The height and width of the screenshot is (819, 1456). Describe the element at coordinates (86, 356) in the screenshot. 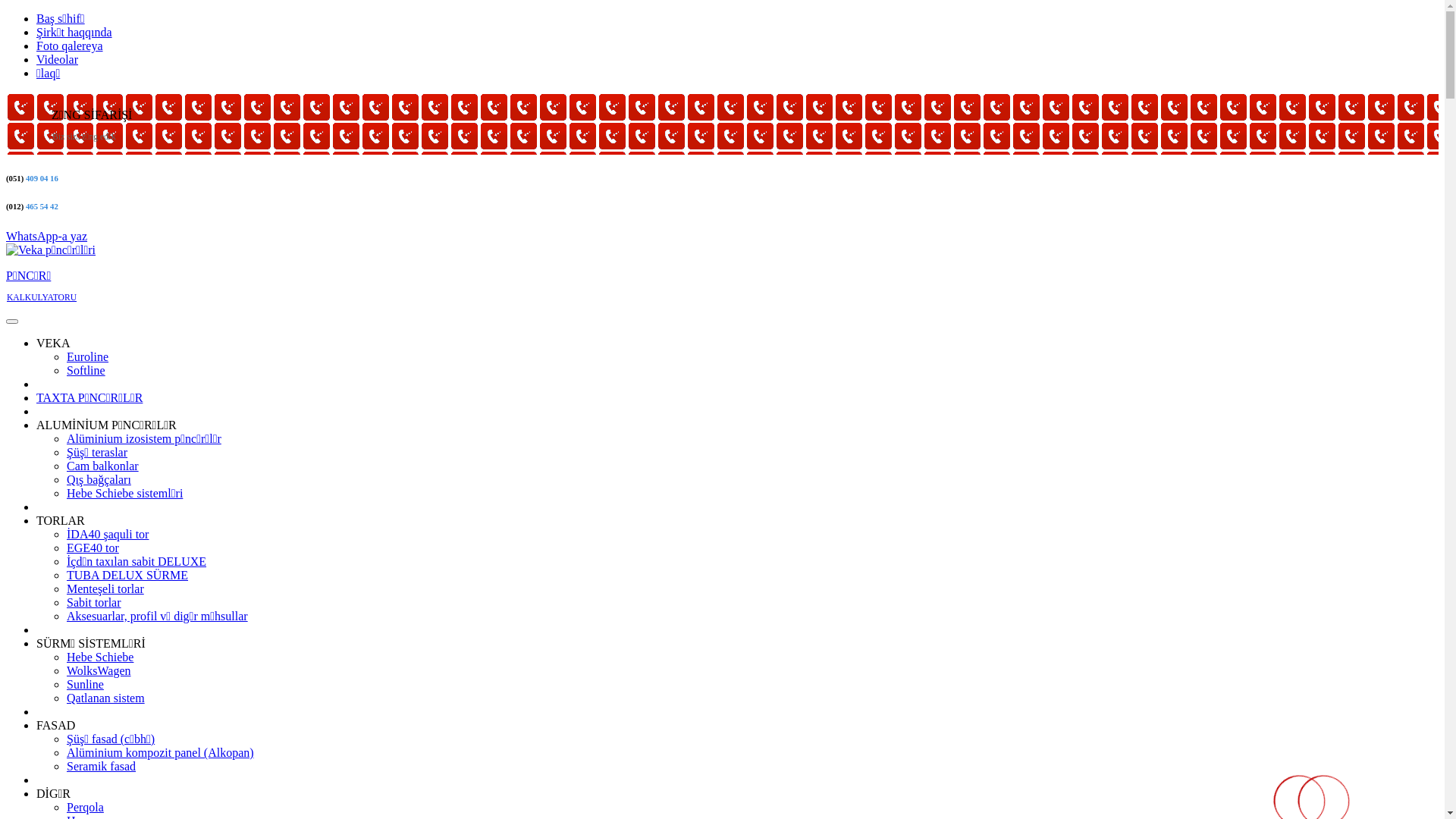

I see `'Euroline'` at that location.